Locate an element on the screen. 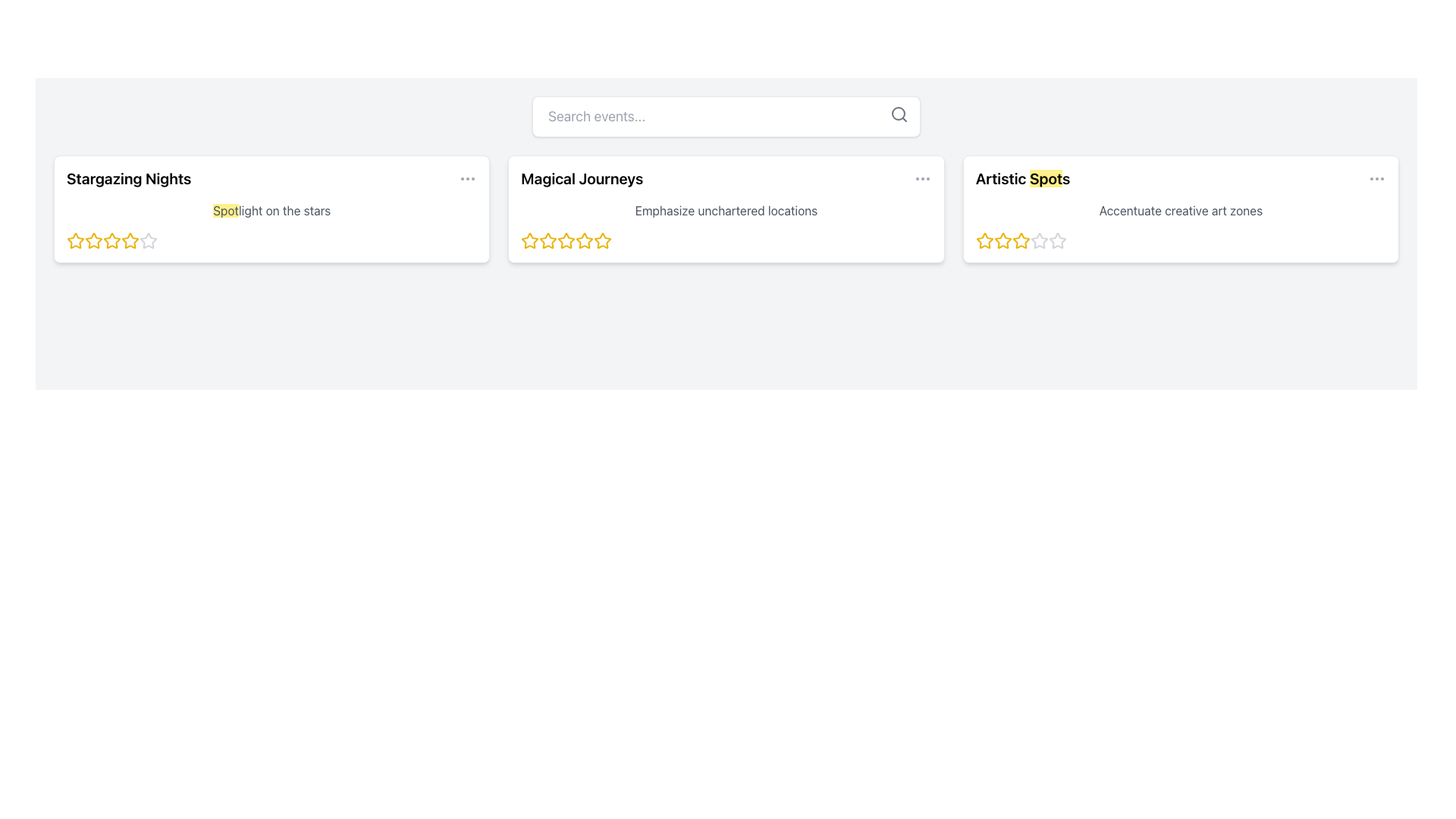 Image resolution: width=1456 pixels, height=819 pixels. the text element 'Spot' which has a distinct yellow background, located in the first card titled 'Stargazing Nights' within the subtitle 'Spotlight on the stars' is located at coordinates (224, 210).